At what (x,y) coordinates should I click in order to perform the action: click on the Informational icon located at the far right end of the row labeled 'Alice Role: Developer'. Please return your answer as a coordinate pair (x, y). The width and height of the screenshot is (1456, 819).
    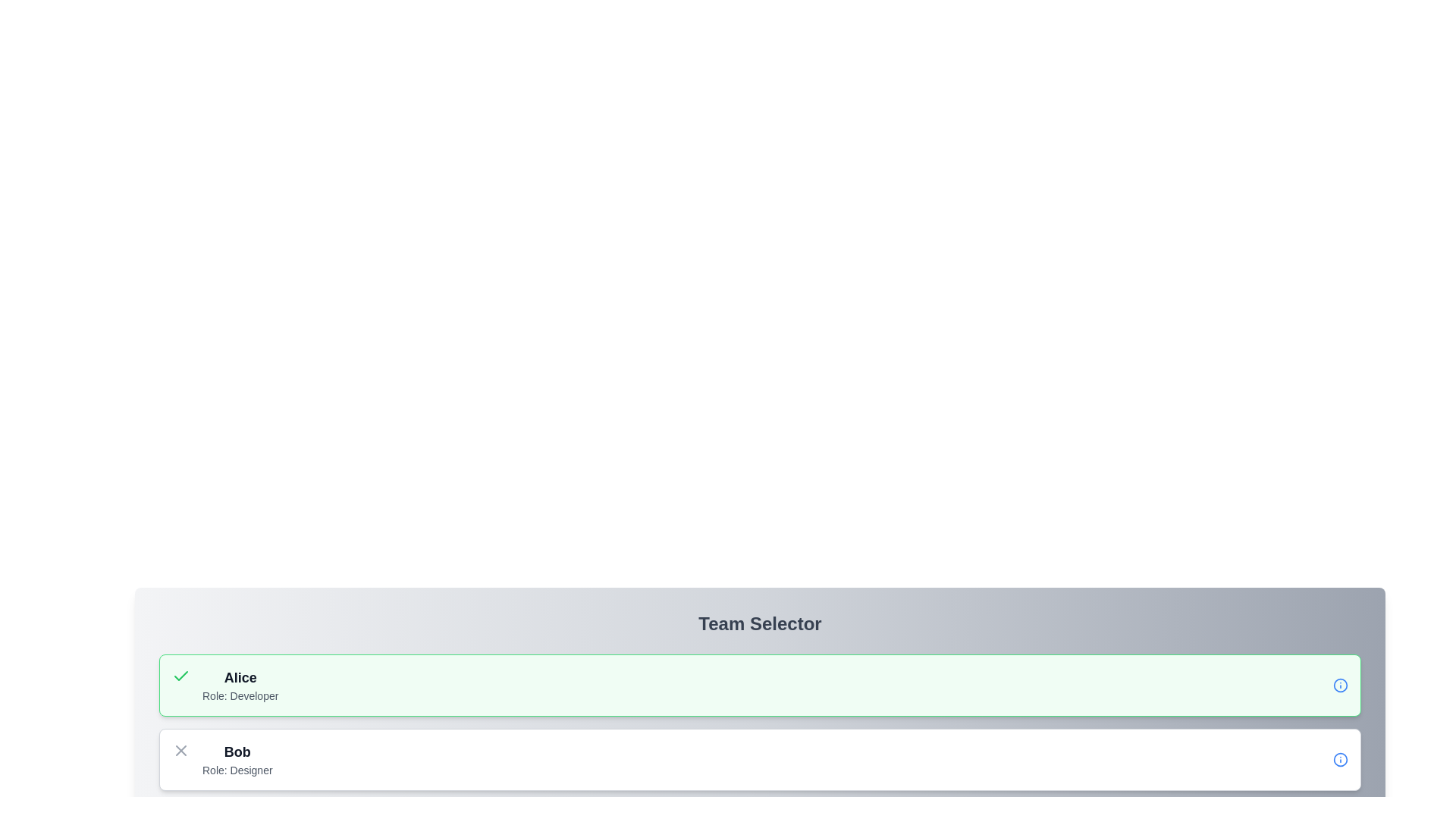
    Looking at the image, I should click on (1340, 685).